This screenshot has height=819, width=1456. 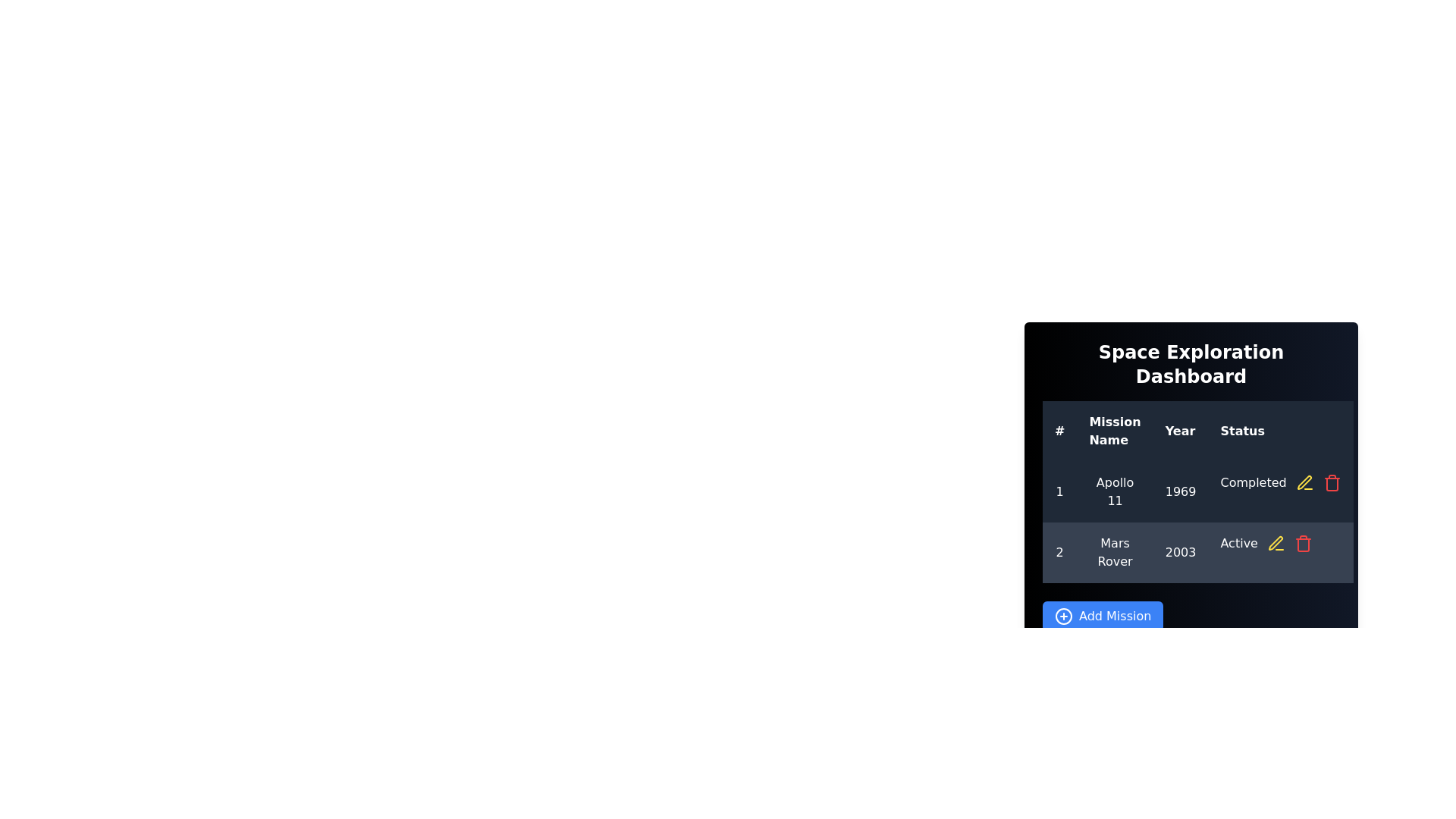 I want to click on the delete button located in the 'Status' column of the first row of the 'Space Exploration Dashboard', so click(x=1331, y=482).